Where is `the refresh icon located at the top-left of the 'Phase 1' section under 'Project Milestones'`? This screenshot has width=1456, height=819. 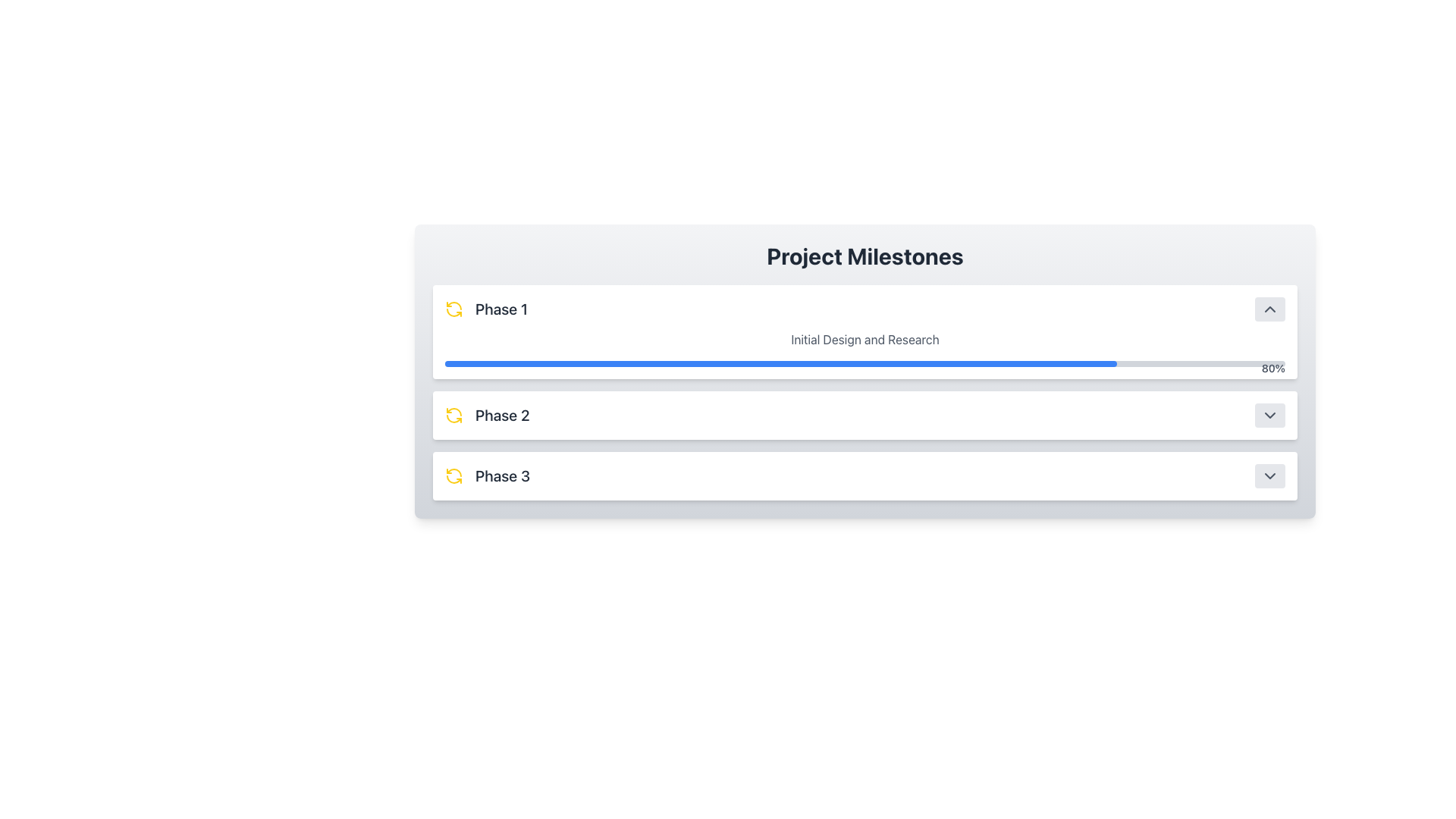 the refresh icon located at the top-left of the 'Phase 1' section under 'Project Milestones' is located at coordinates (453, 309).